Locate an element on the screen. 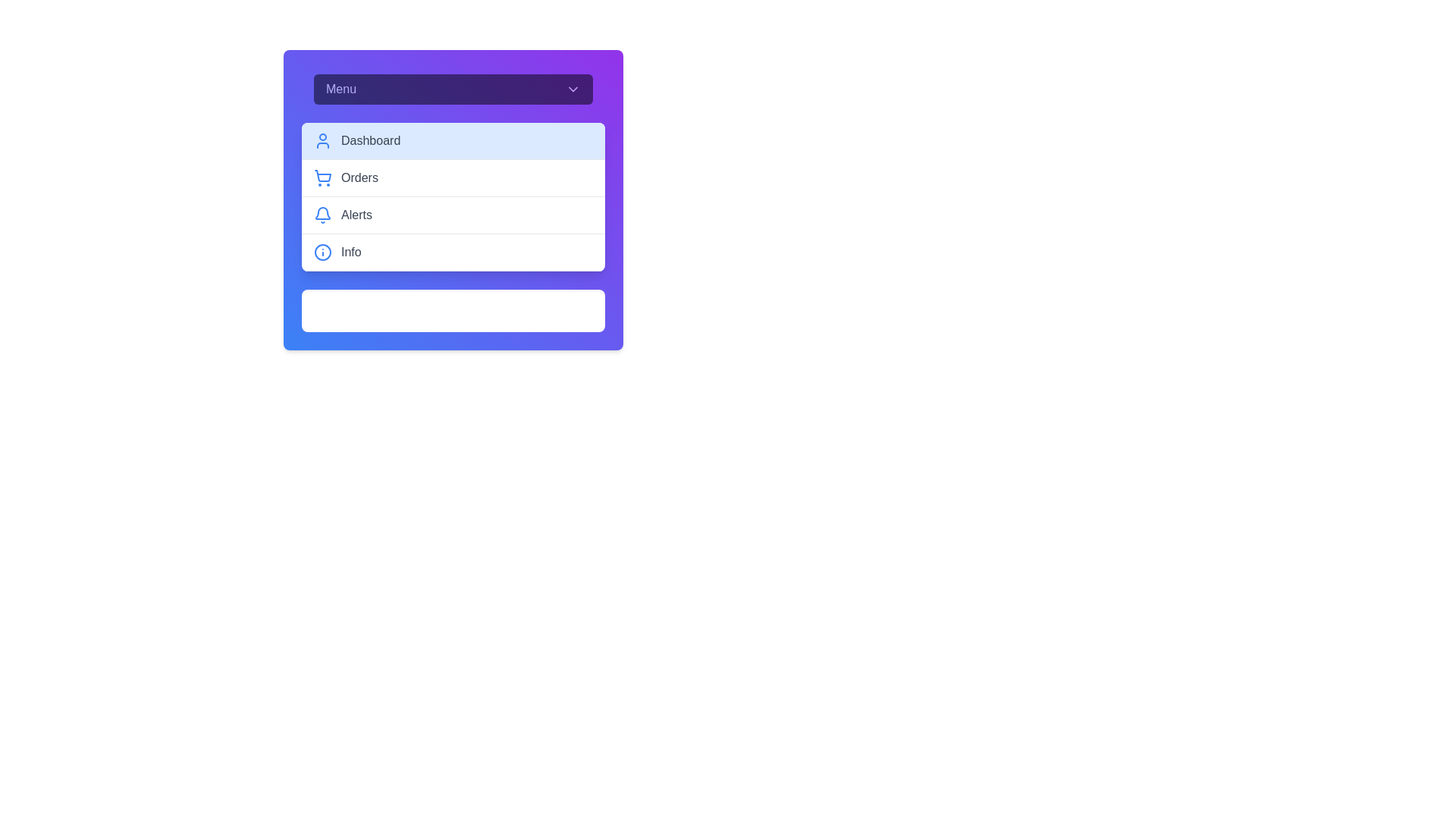  the chevron-down icon located at the far-right of the header bar in the dropdown menu interface to visually highlight it is located at coordinates (572, 89).